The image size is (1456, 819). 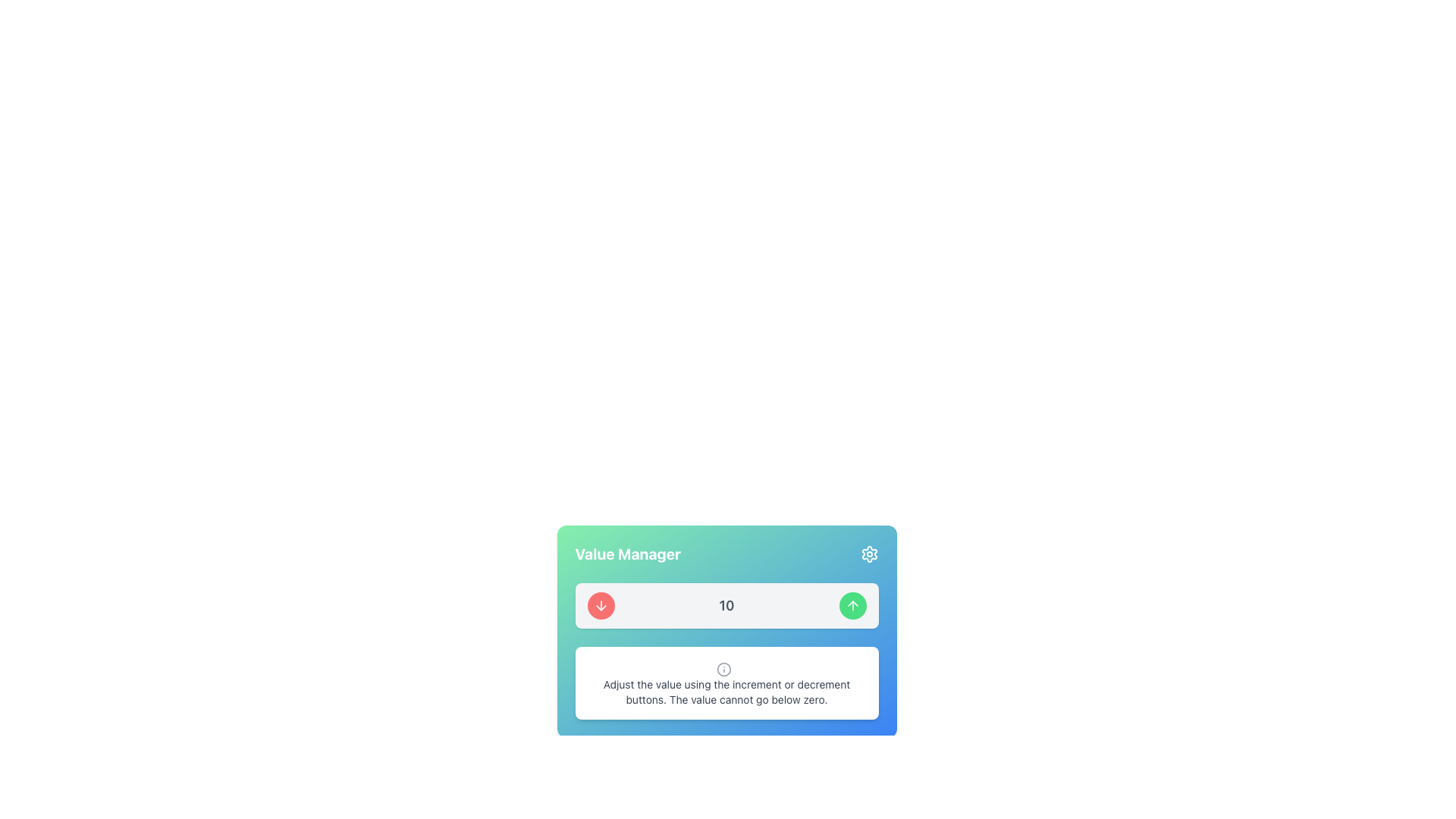 I want to click on the downward arrow SVG icon located inside the circular red button on the left side of the interactive section to decrement the value, so click(x=600, y=604).